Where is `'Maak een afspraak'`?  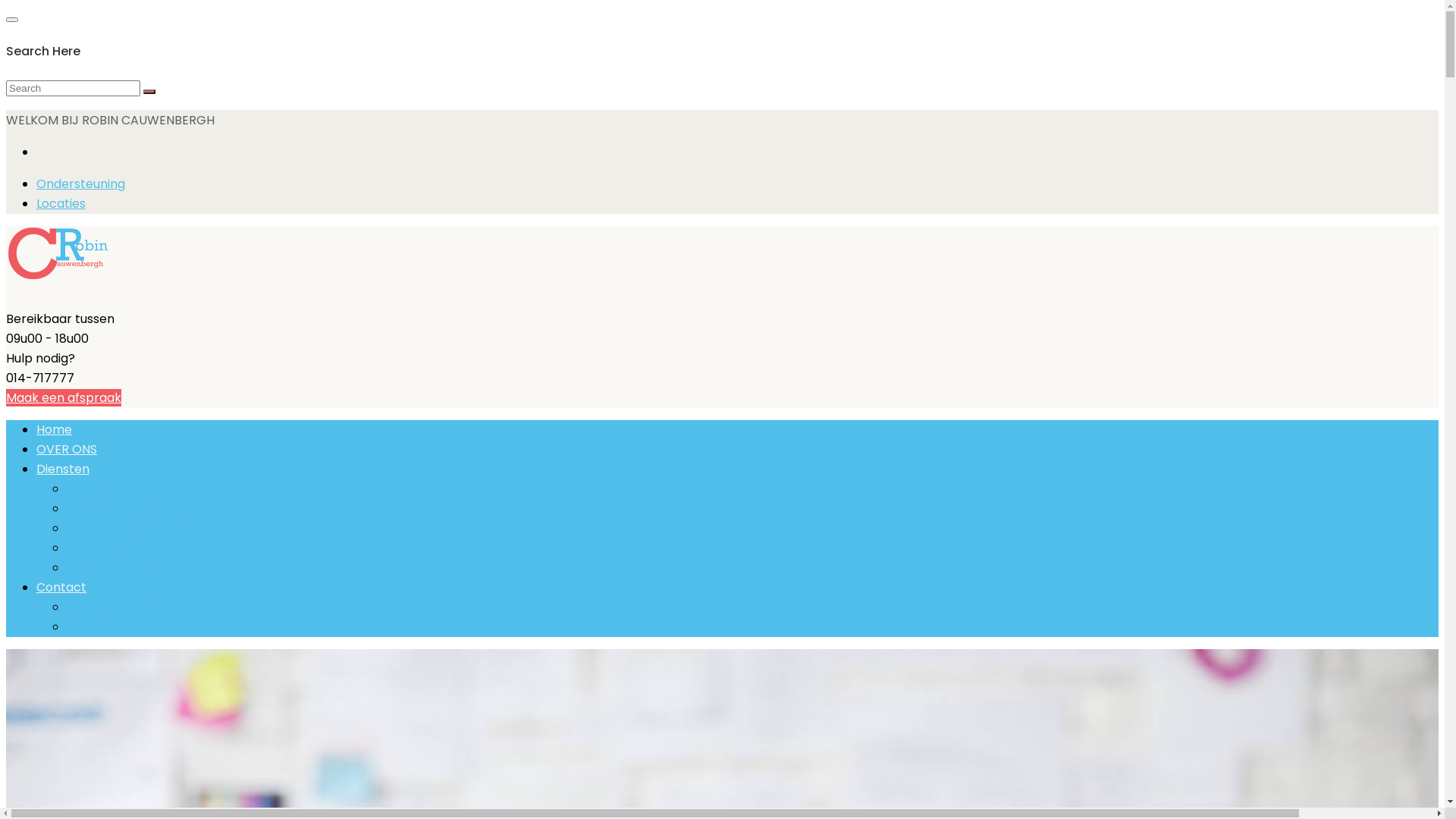
'Maak een afspraak' is located at coordinates (124, 626).